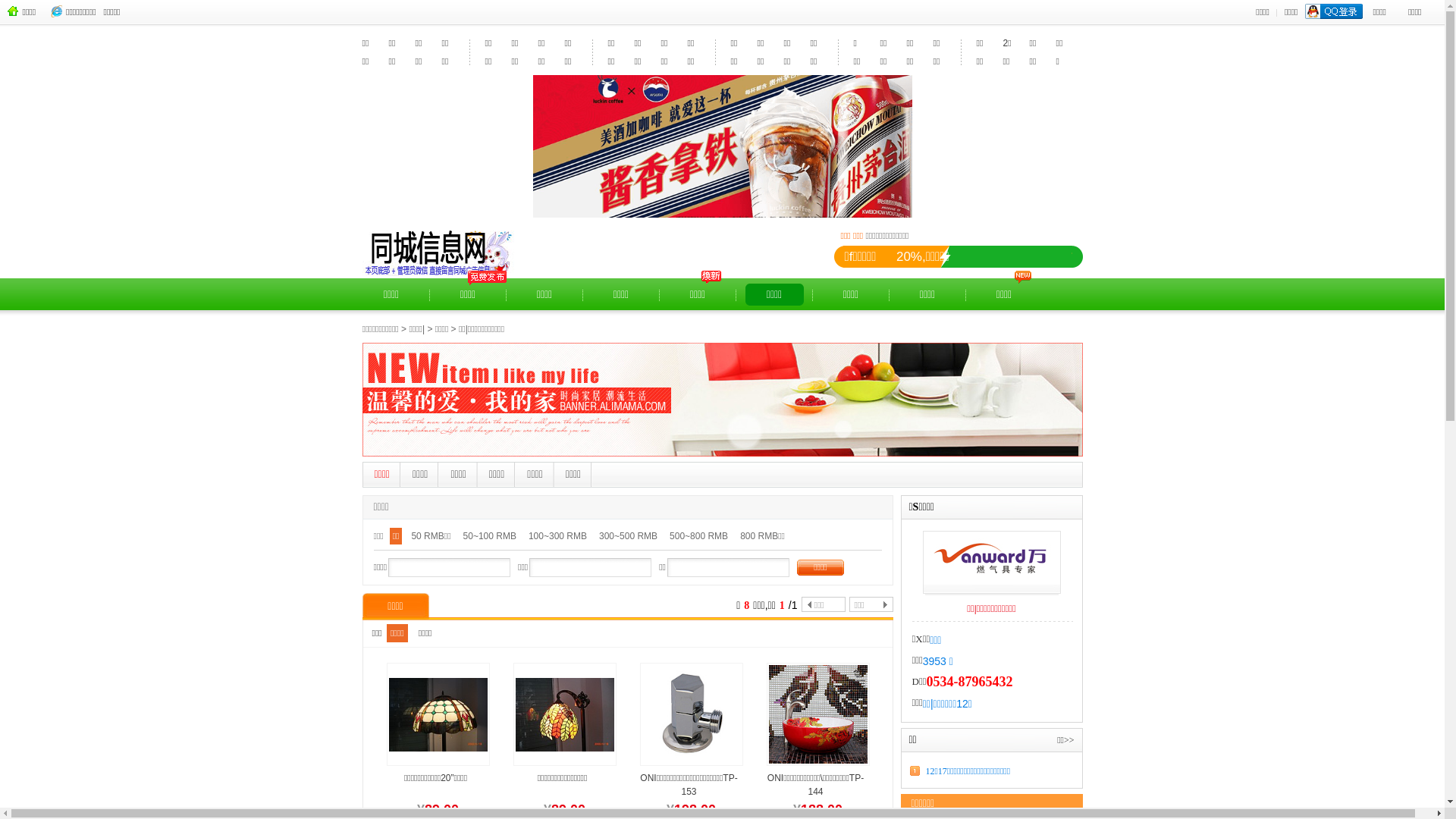  Describe the element at coordinates (628, 558) in the screenshot. I see `'300~500 RMB'` at that location.